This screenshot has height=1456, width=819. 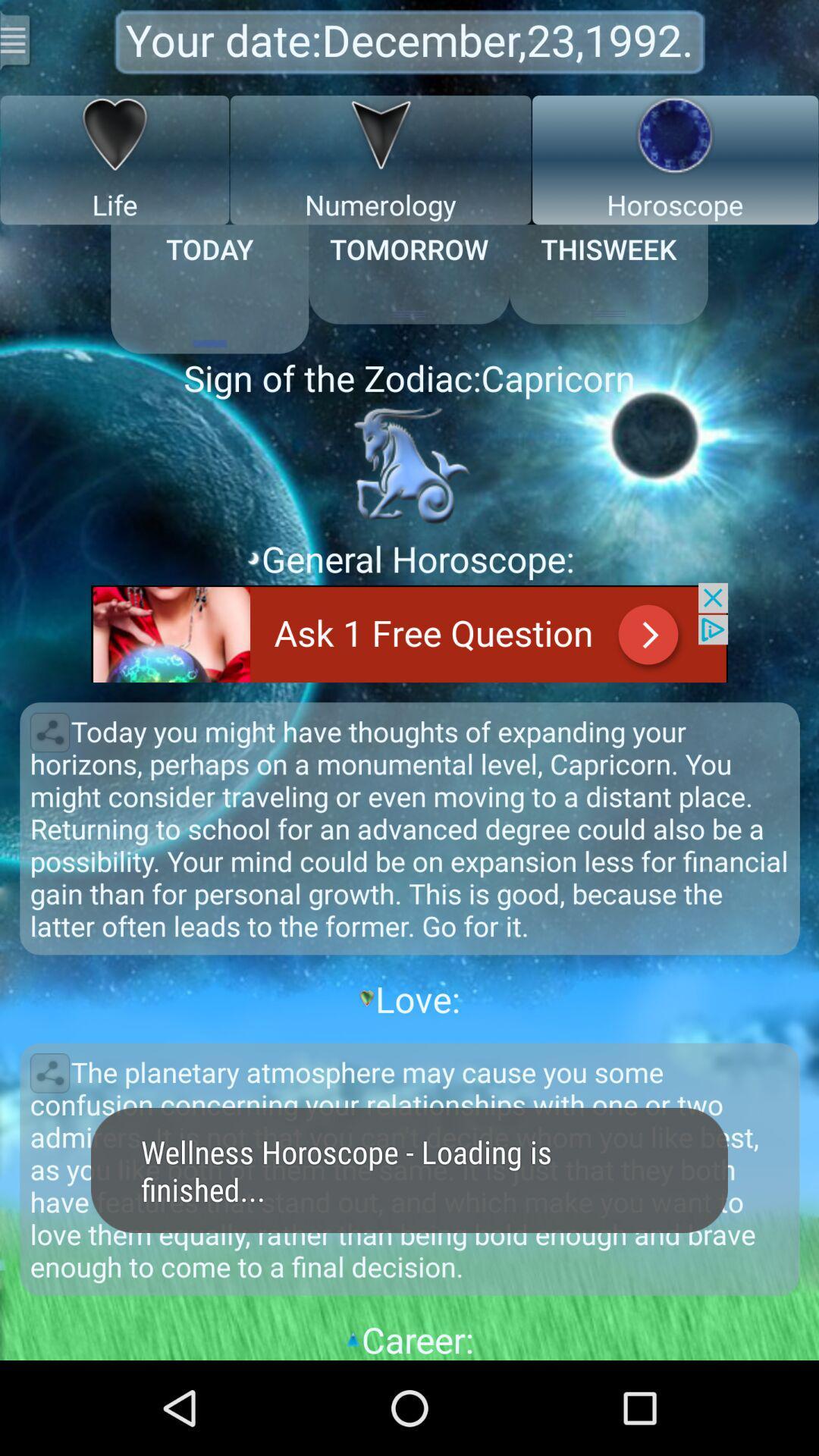 I want to click on for advertisement, so click(x=409, y=632).